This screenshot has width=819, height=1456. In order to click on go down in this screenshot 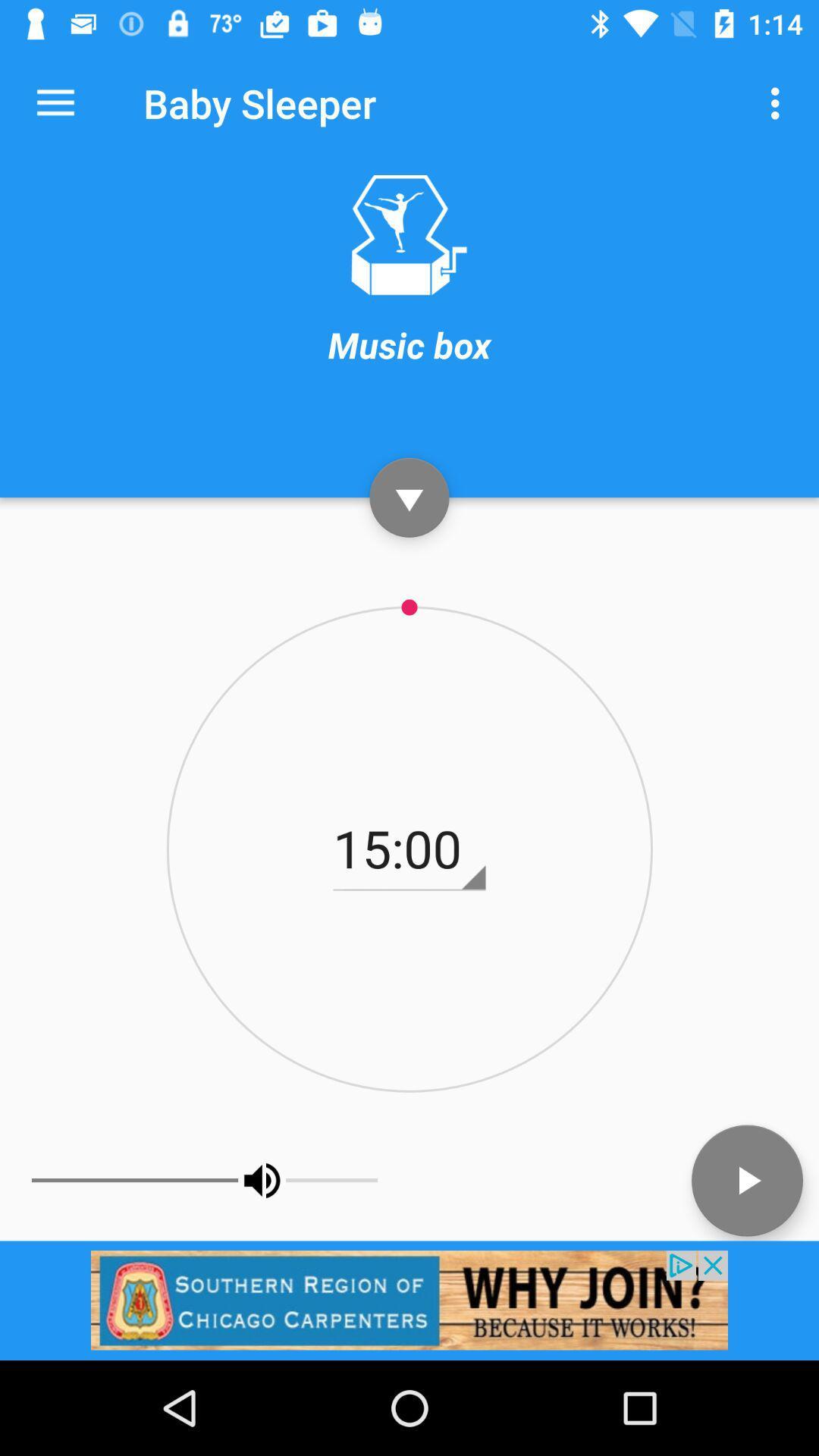, I will do `click(409, 497)`.